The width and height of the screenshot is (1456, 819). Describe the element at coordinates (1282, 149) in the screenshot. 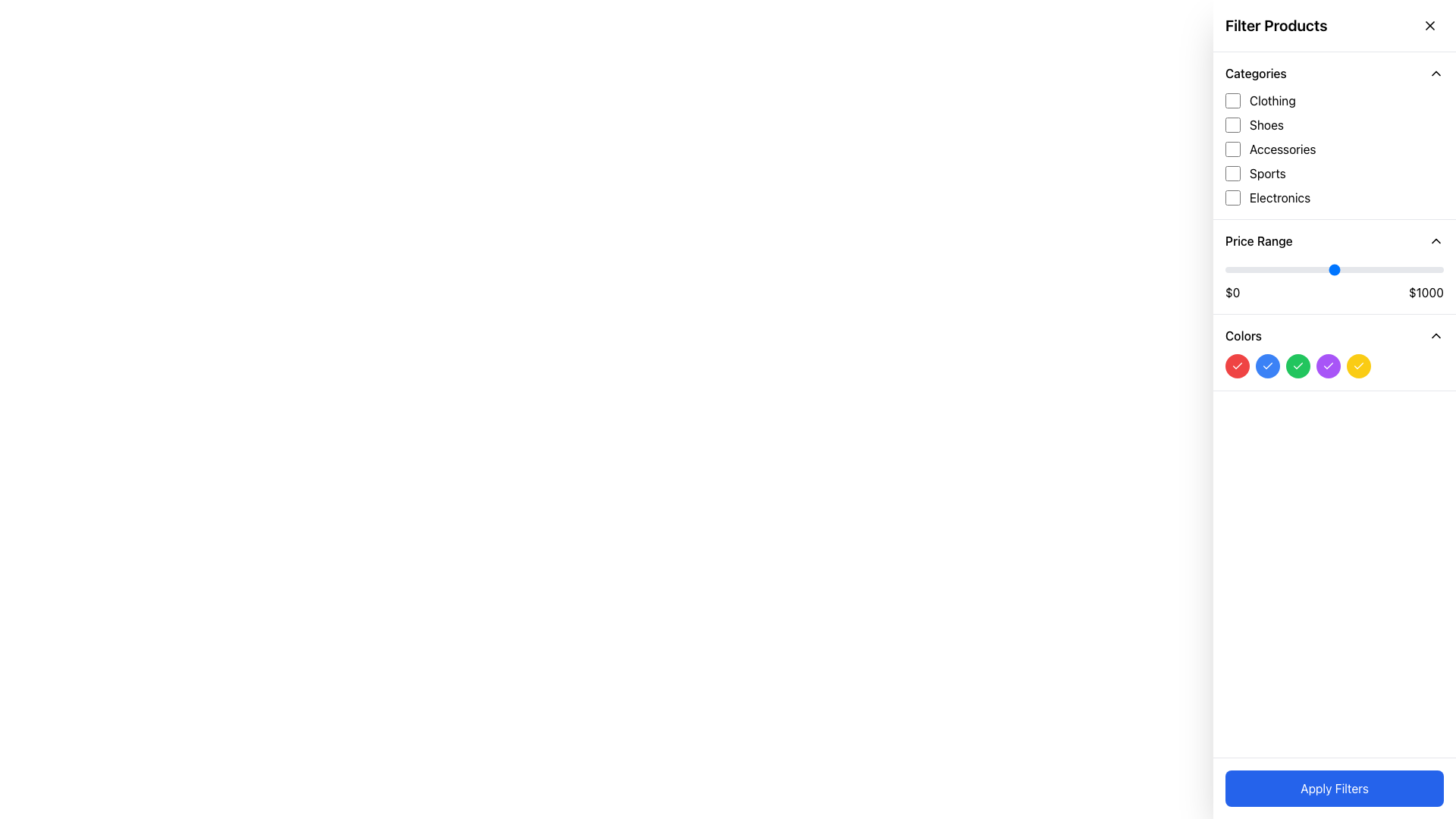

I see `the text label that provides a description for the adjacent 'Accessories' checkbox, which is the third option in a vertical list of categories in the filter panel` at that location.